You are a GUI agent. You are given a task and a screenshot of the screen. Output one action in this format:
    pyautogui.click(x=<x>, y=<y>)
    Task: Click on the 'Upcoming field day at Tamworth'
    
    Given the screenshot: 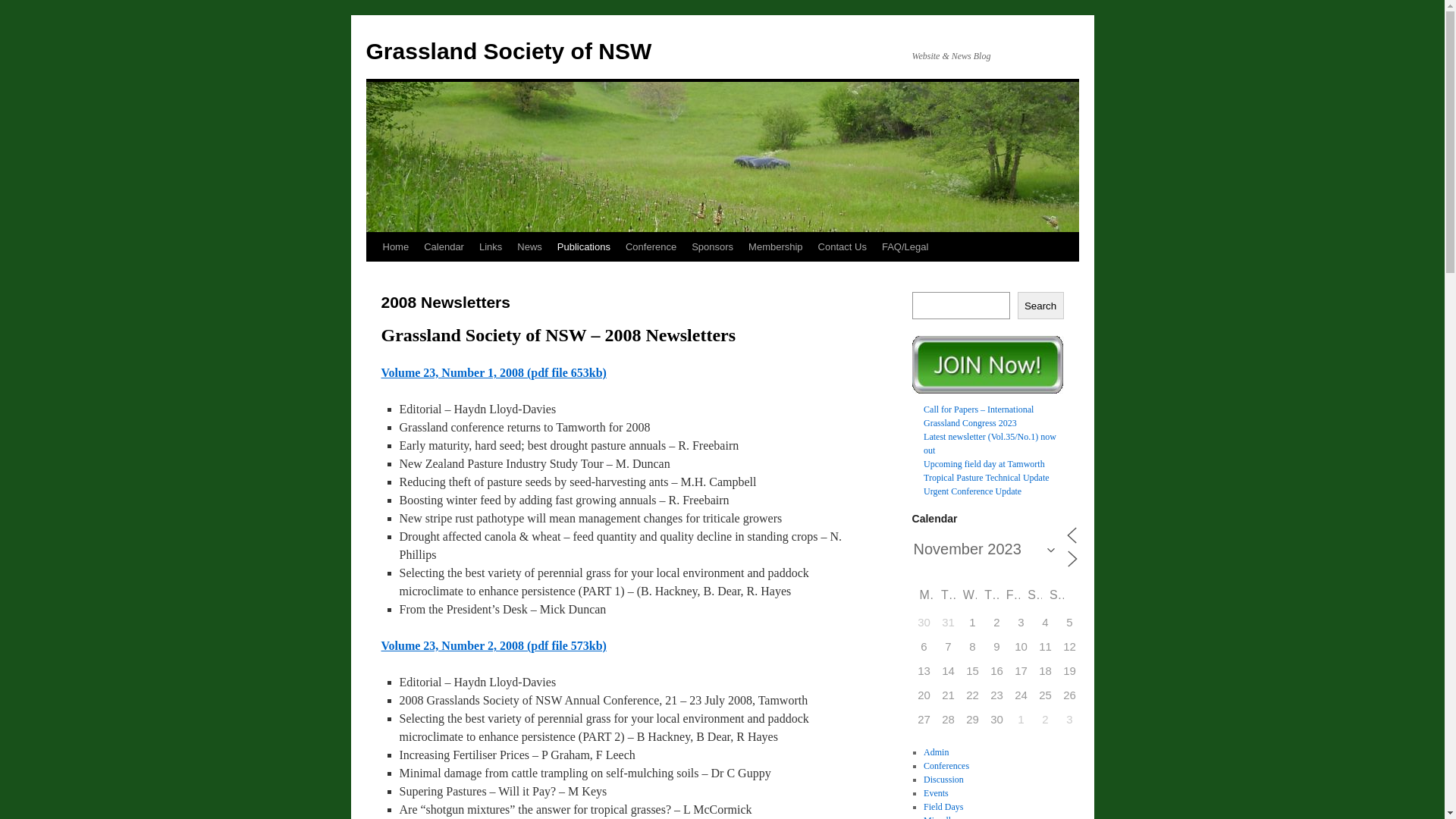 What is the action you would take?
    pyautogui.click(x=984, y=463)
    